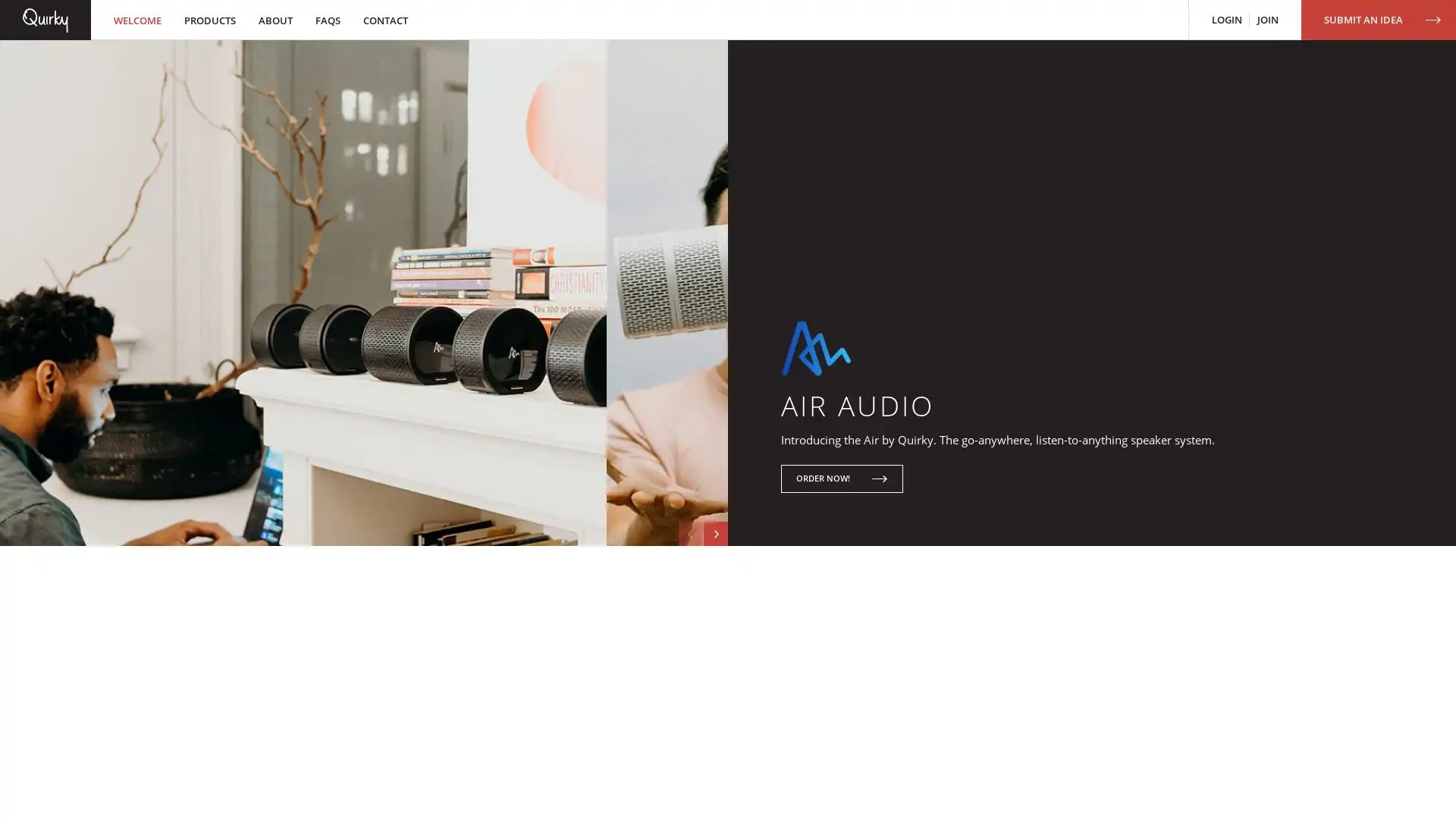  Describe the element at coordinates (712, 632) in the screenshot. I see `Next` at that location.